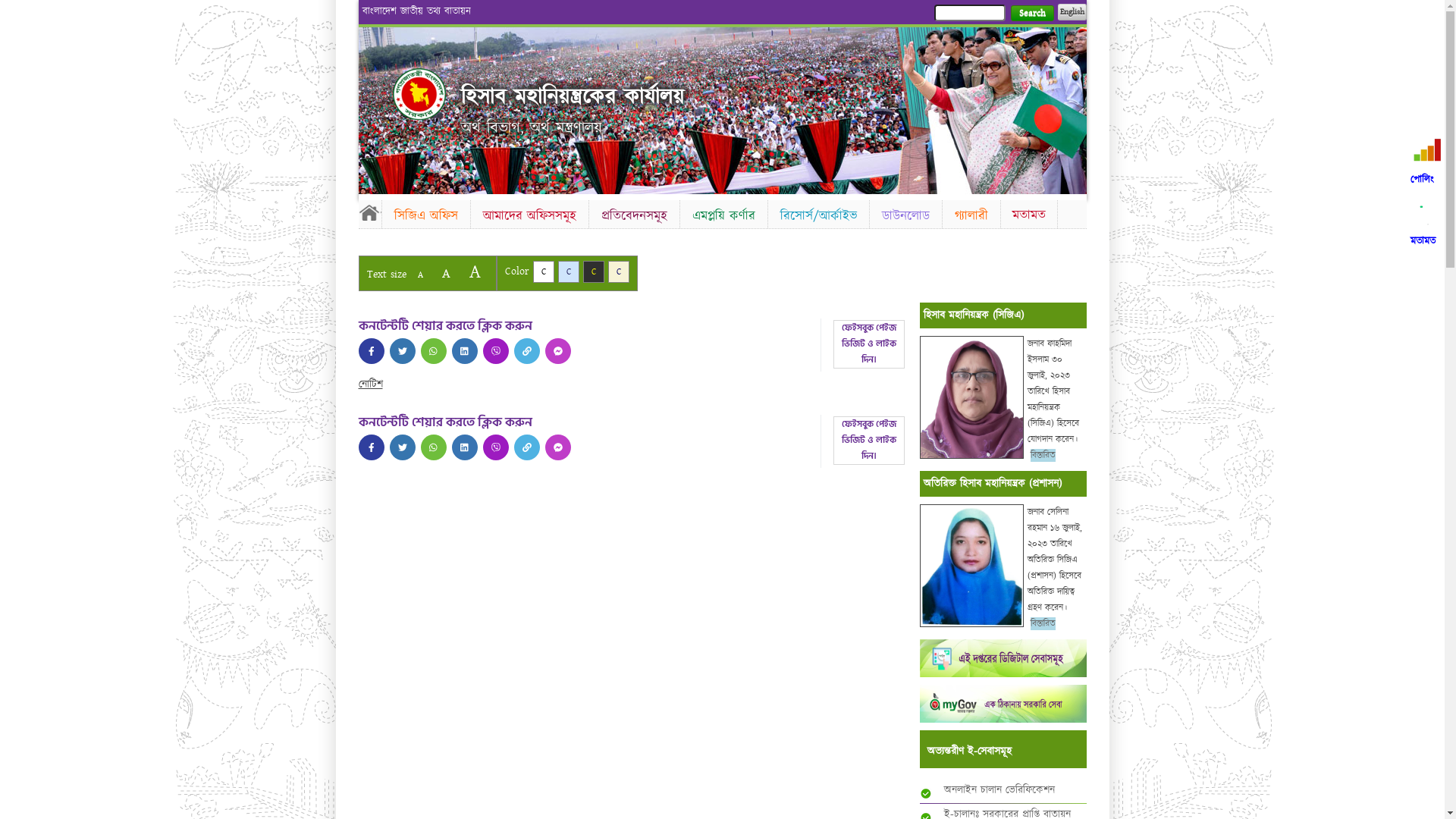  What do you see at coordinates (1031, 13) in the screenshot?
I see `'Search'` at bounding box center [1031, 13].